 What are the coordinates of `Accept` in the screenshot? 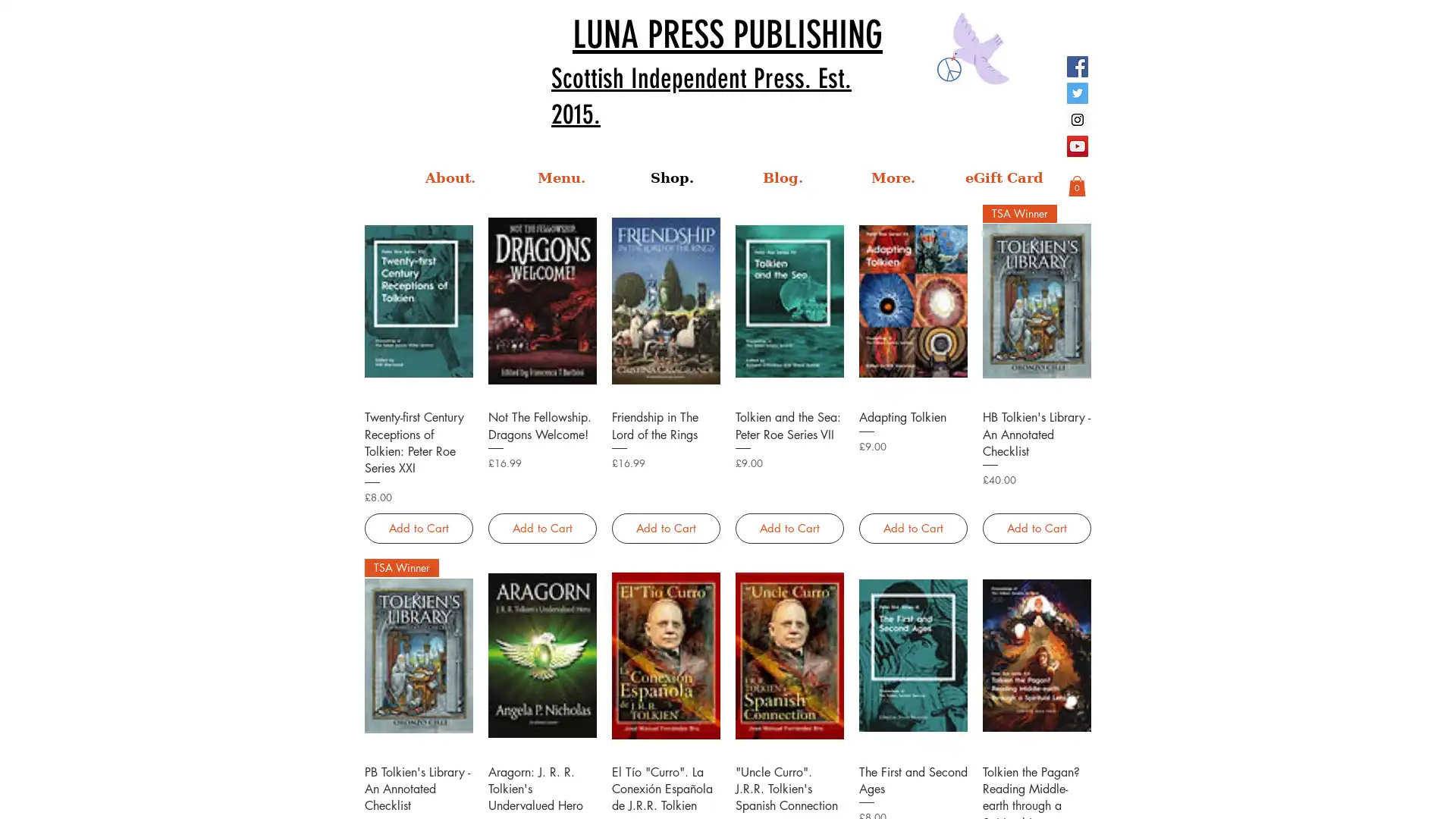 It's located at (1388, 794).